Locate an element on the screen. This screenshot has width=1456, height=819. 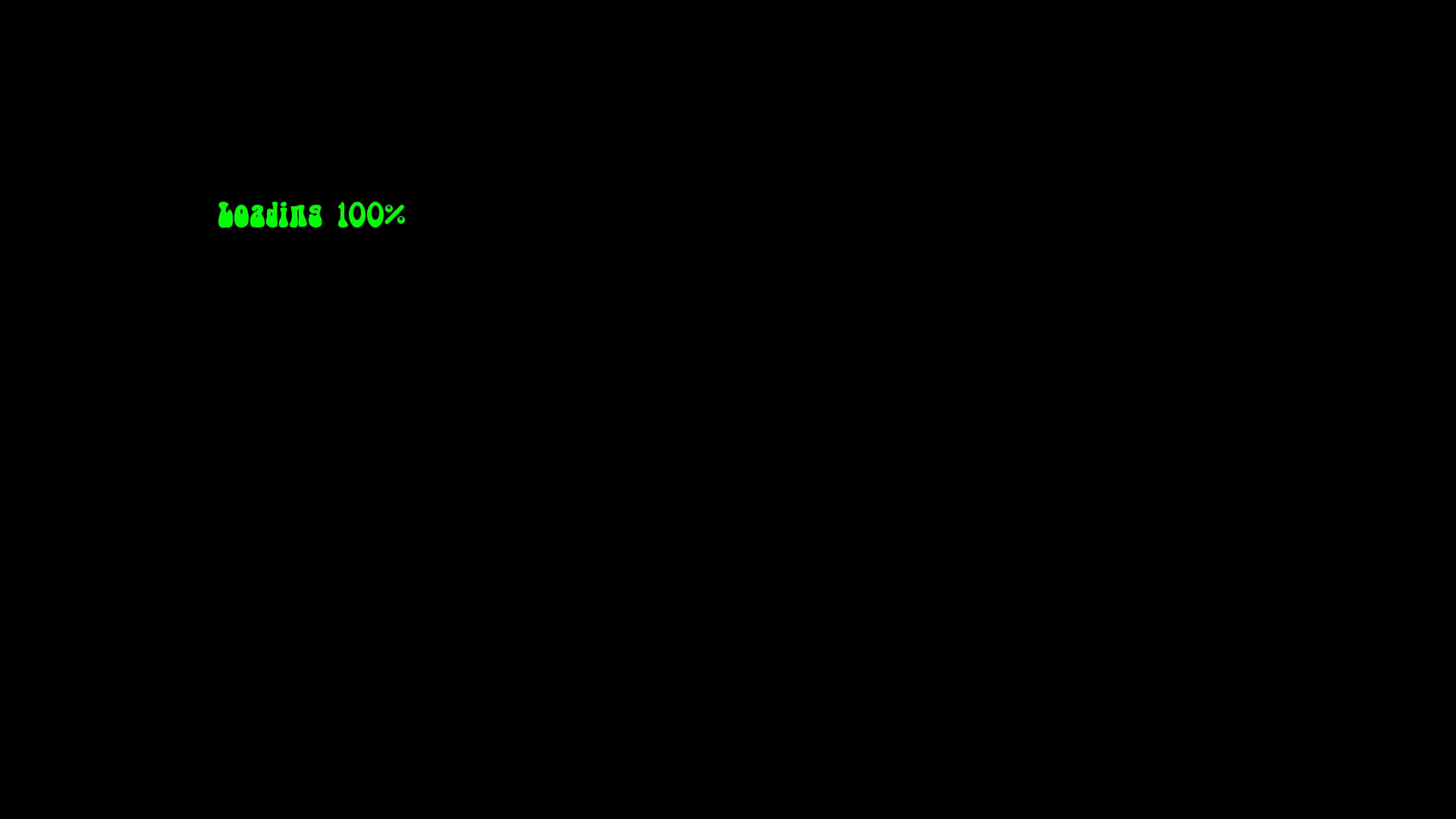
VOL + is located at coordinates (501, 287).